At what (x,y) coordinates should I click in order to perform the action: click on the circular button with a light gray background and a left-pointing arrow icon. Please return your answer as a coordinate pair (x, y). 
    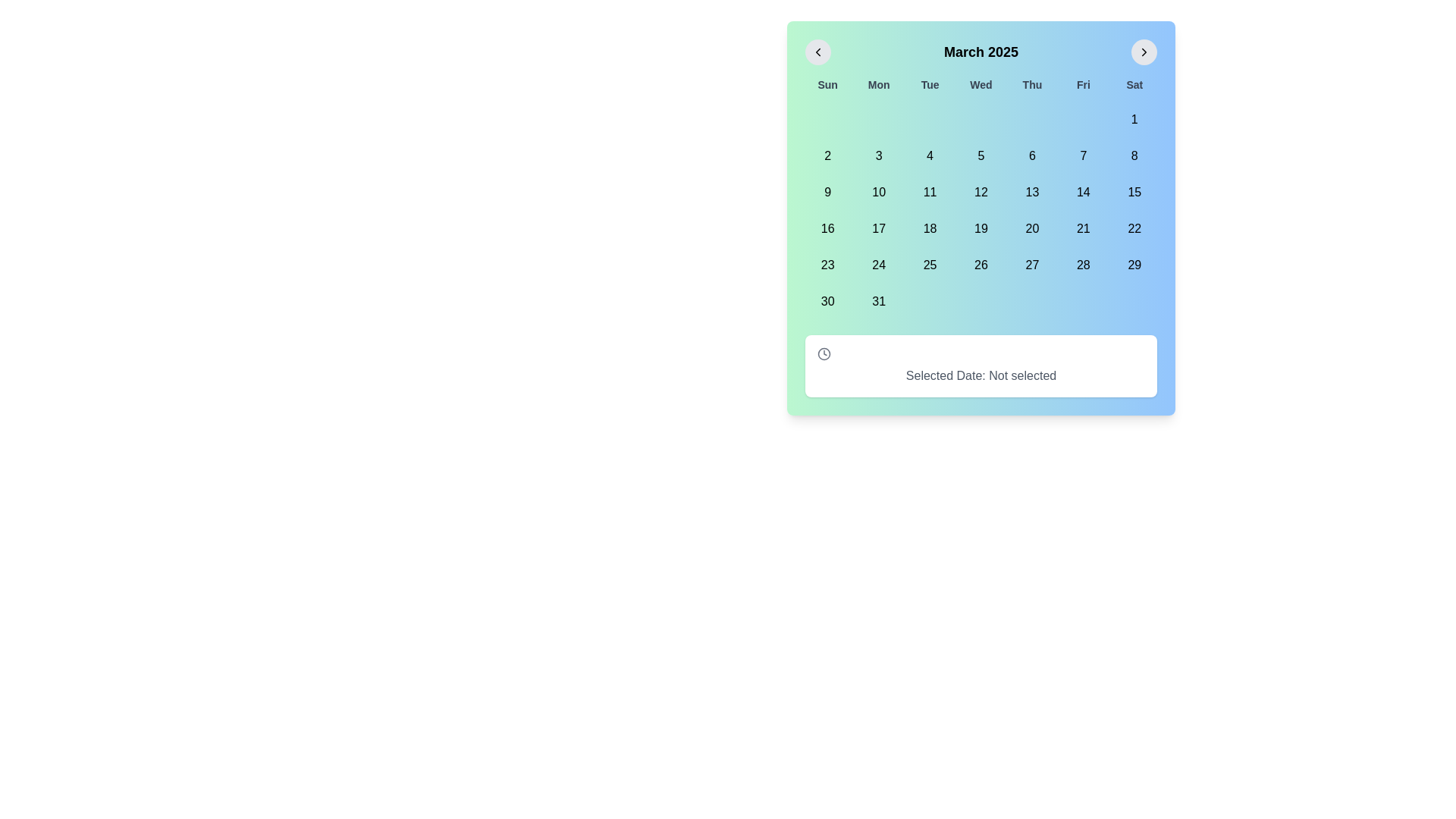
    Looking at the image, I should click on (817, 52).